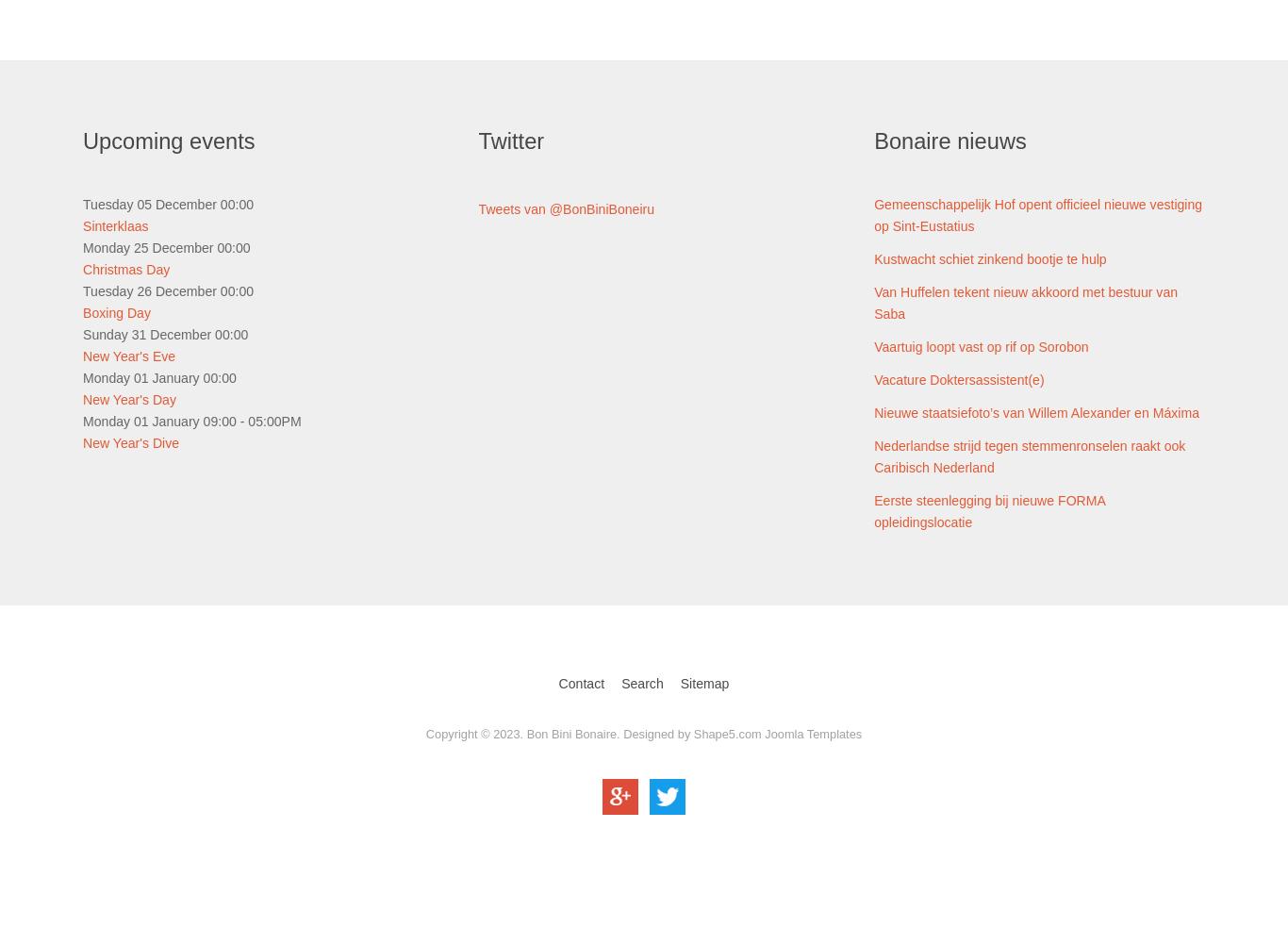  I want to click on 'Bonaire', so click(873, 141).